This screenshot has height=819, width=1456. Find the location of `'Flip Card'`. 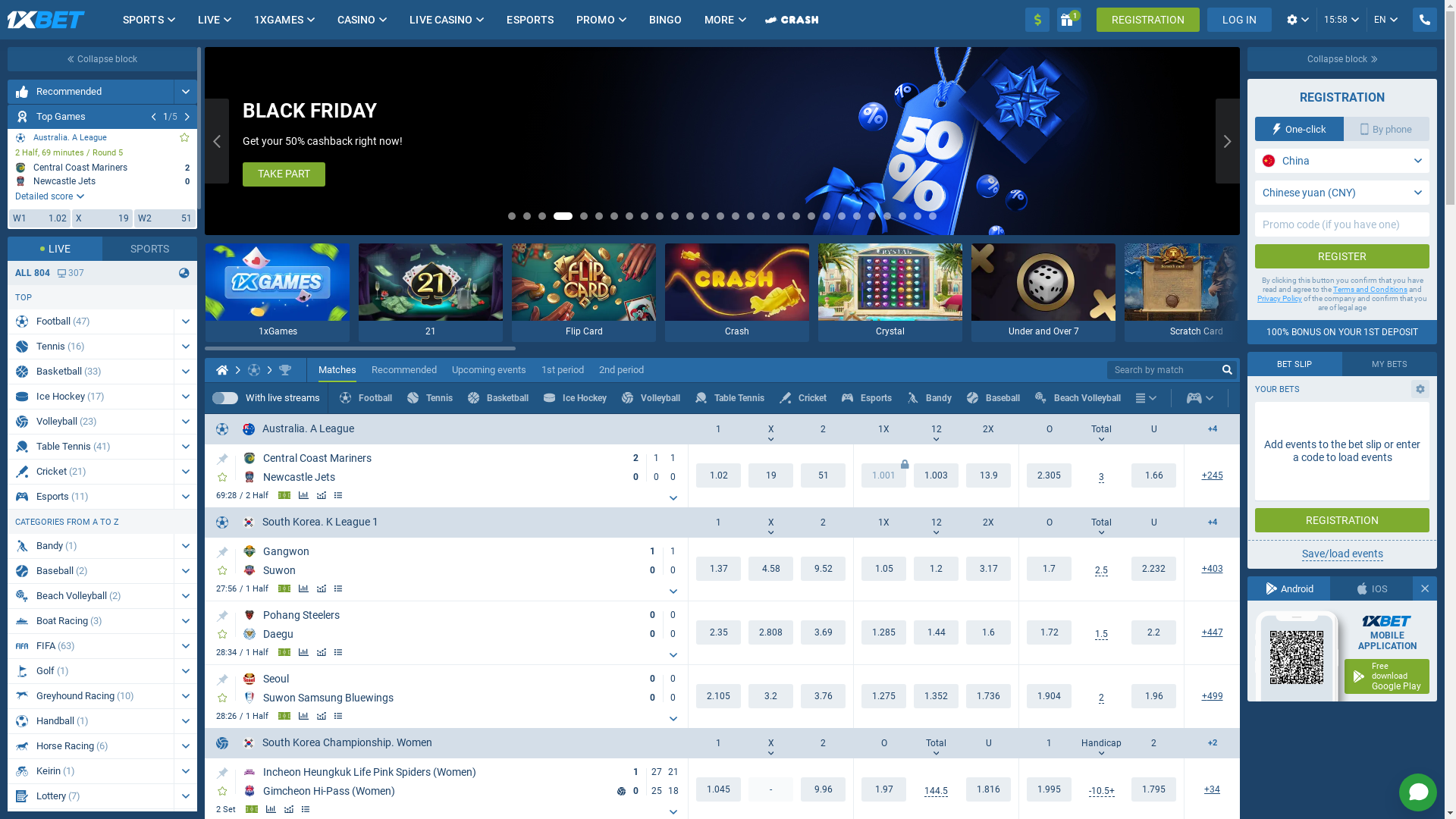

'Flip Card' is located at coordinates (582, 292).